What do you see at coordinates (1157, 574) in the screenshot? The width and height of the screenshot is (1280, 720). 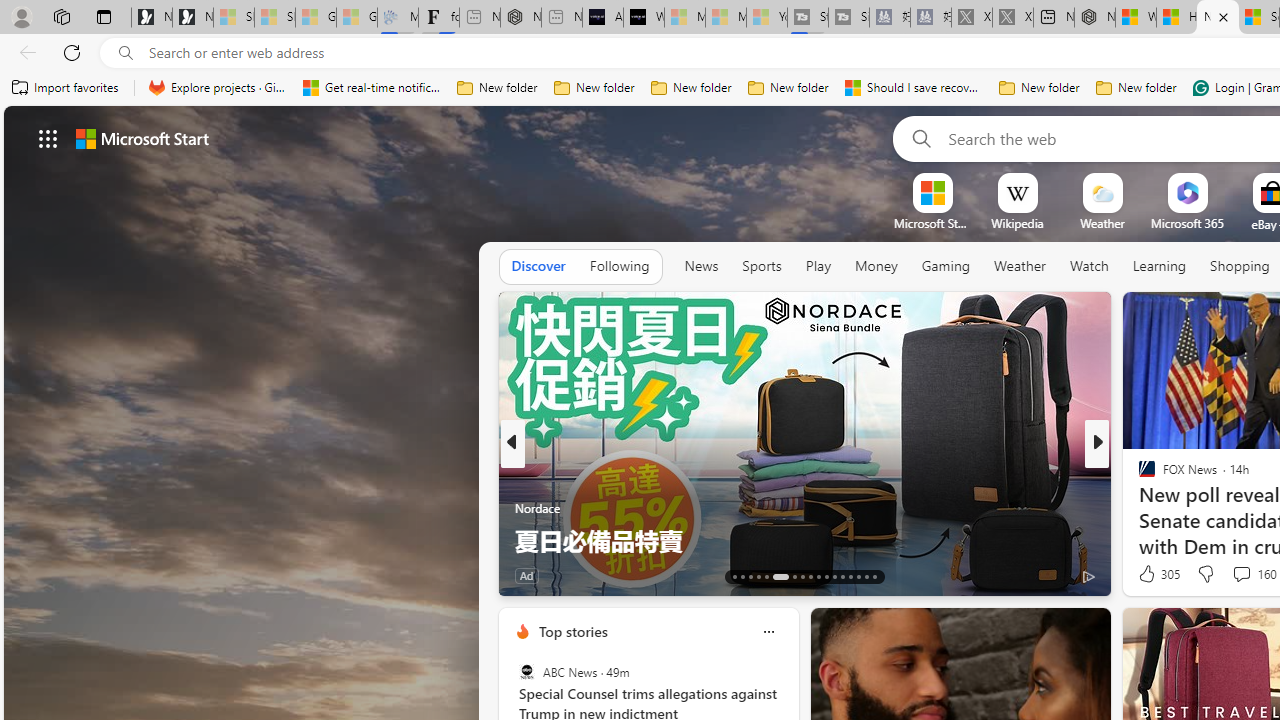 I see `'305 Like'` at bounding box center [1157, 574].